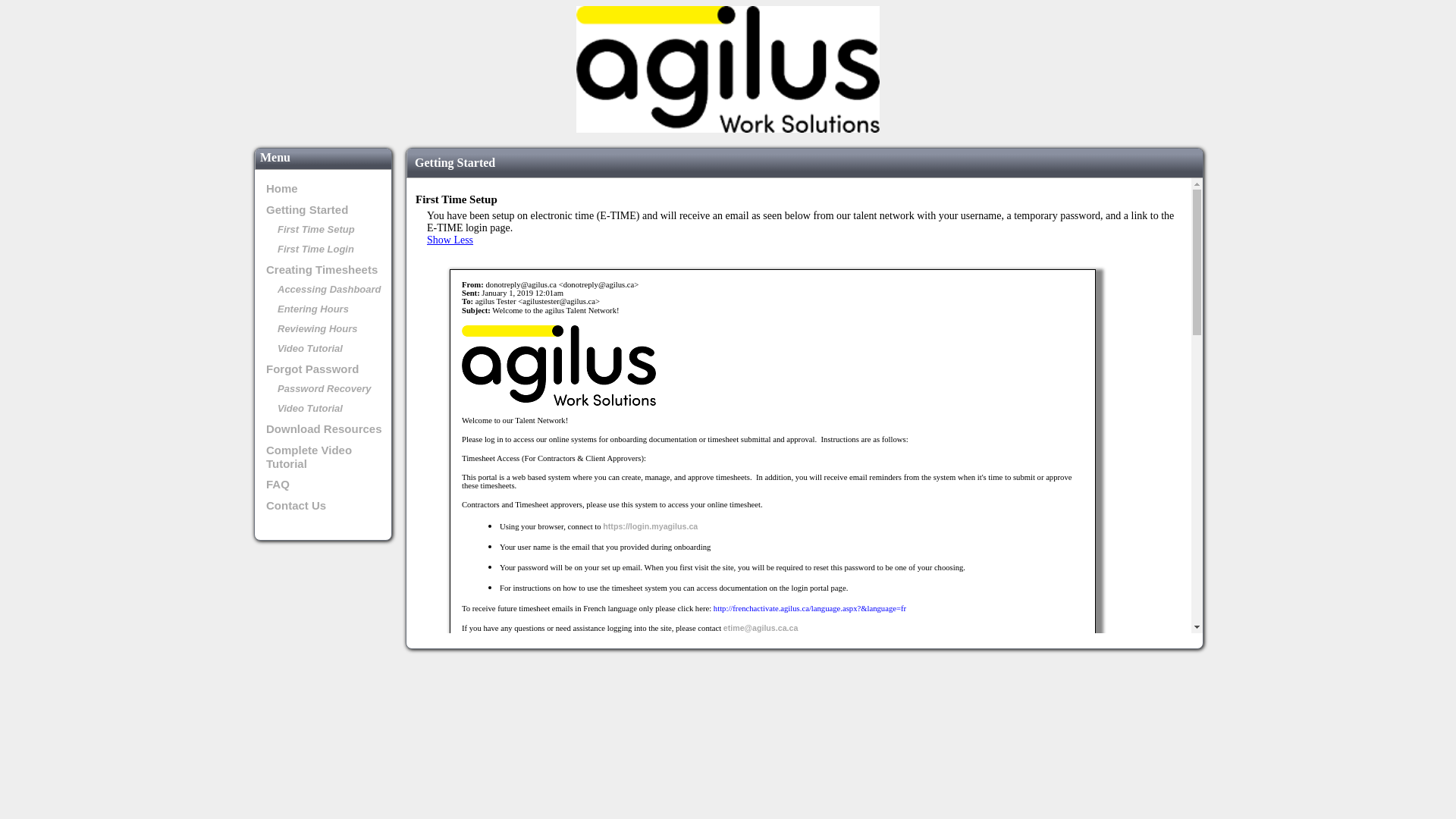  I want to click on 'Entering Hours', so click(312, 308).